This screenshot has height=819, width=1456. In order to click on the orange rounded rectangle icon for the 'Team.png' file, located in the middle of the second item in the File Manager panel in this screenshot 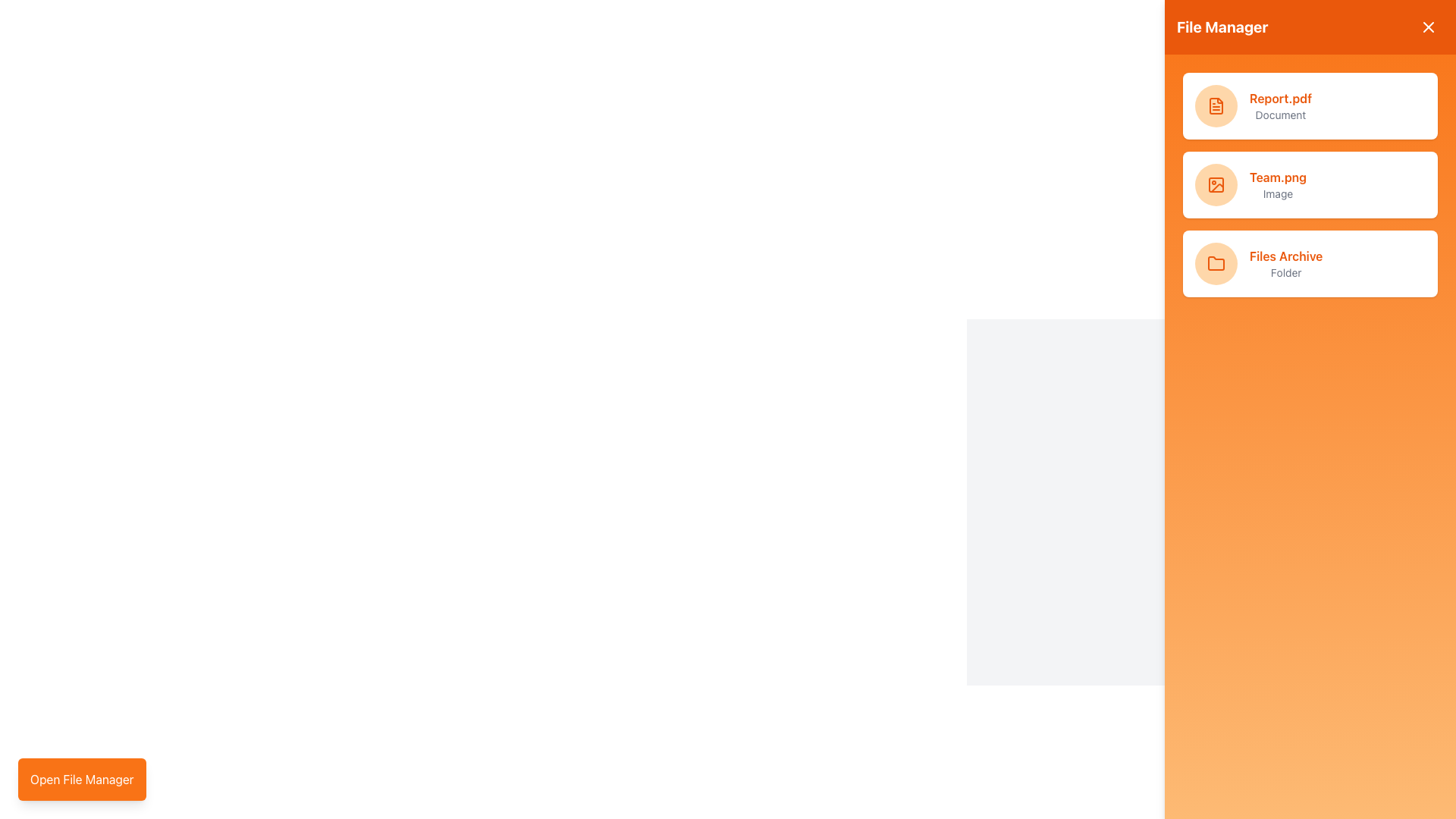, I will do `click(1216, 184)`.